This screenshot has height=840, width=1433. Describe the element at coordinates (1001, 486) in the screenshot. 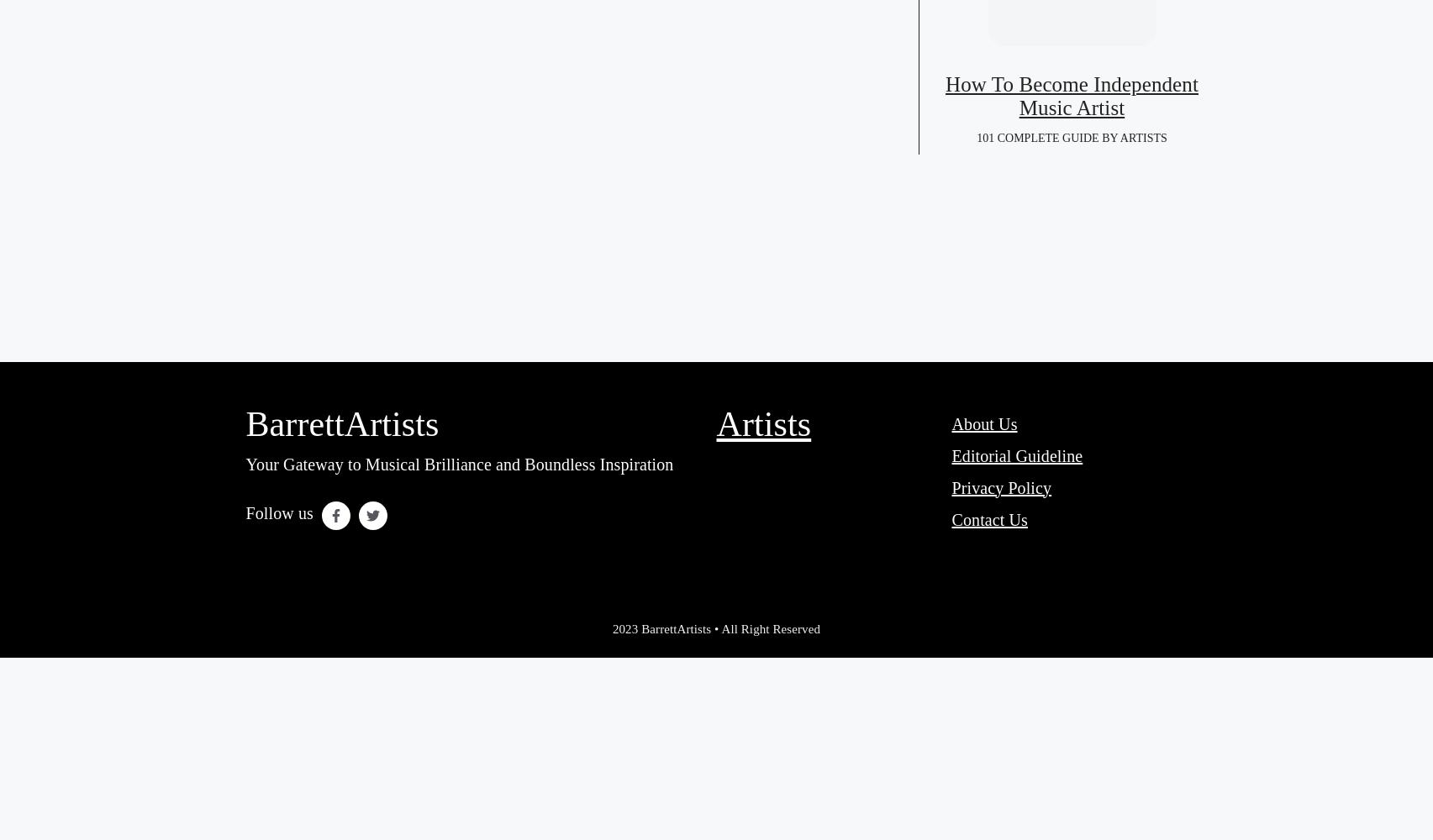

I see `'Privacy Policy'` at that location.